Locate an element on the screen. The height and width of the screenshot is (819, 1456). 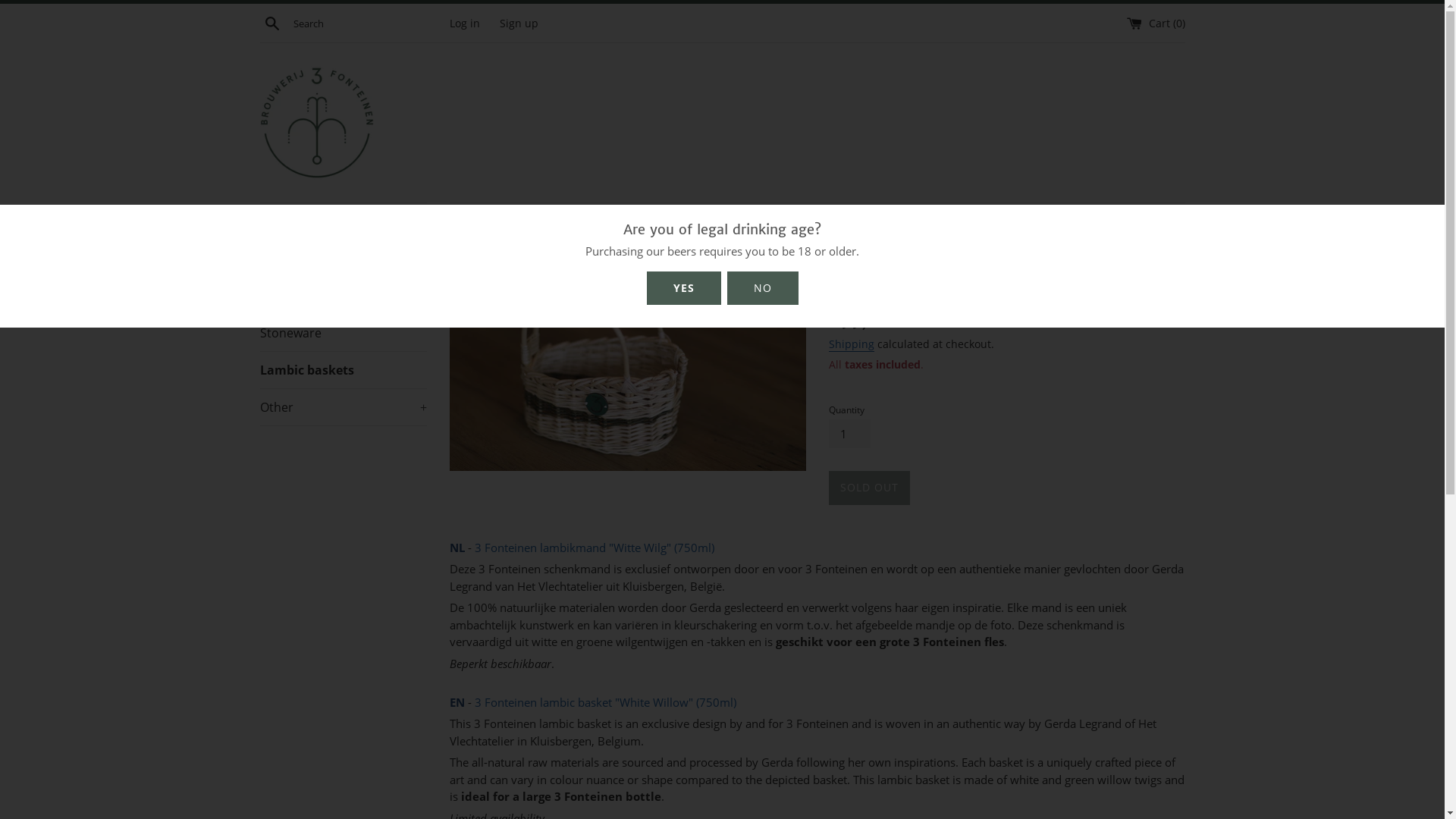
'Cart (0)' is located at coordinates (1155, 23).